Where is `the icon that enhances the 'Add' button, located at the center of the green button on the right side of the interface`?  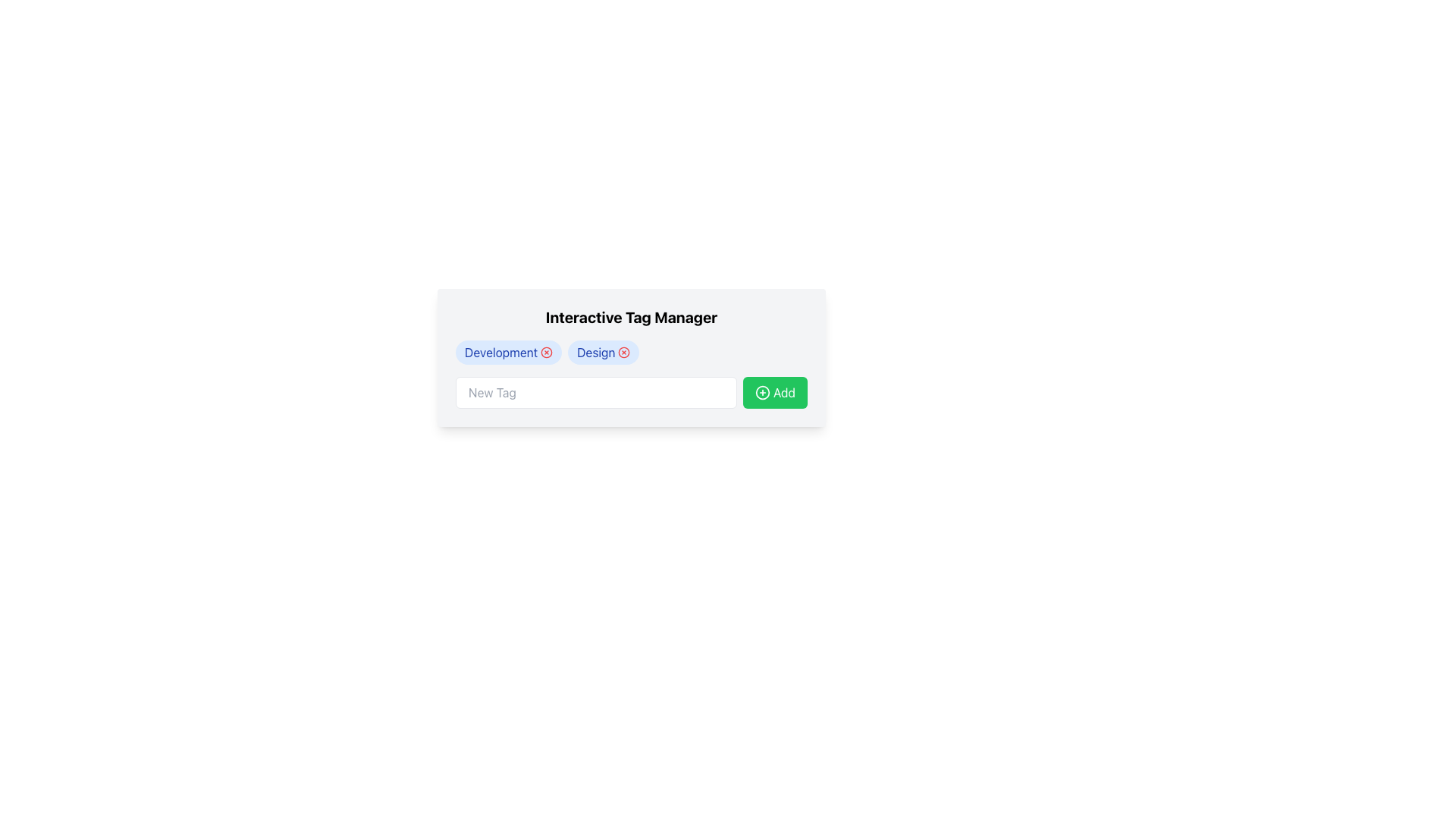
the icon that enhances the 'Add' button, located at the center of the green button on the right side of the interface is located at coordinates (762, 391).